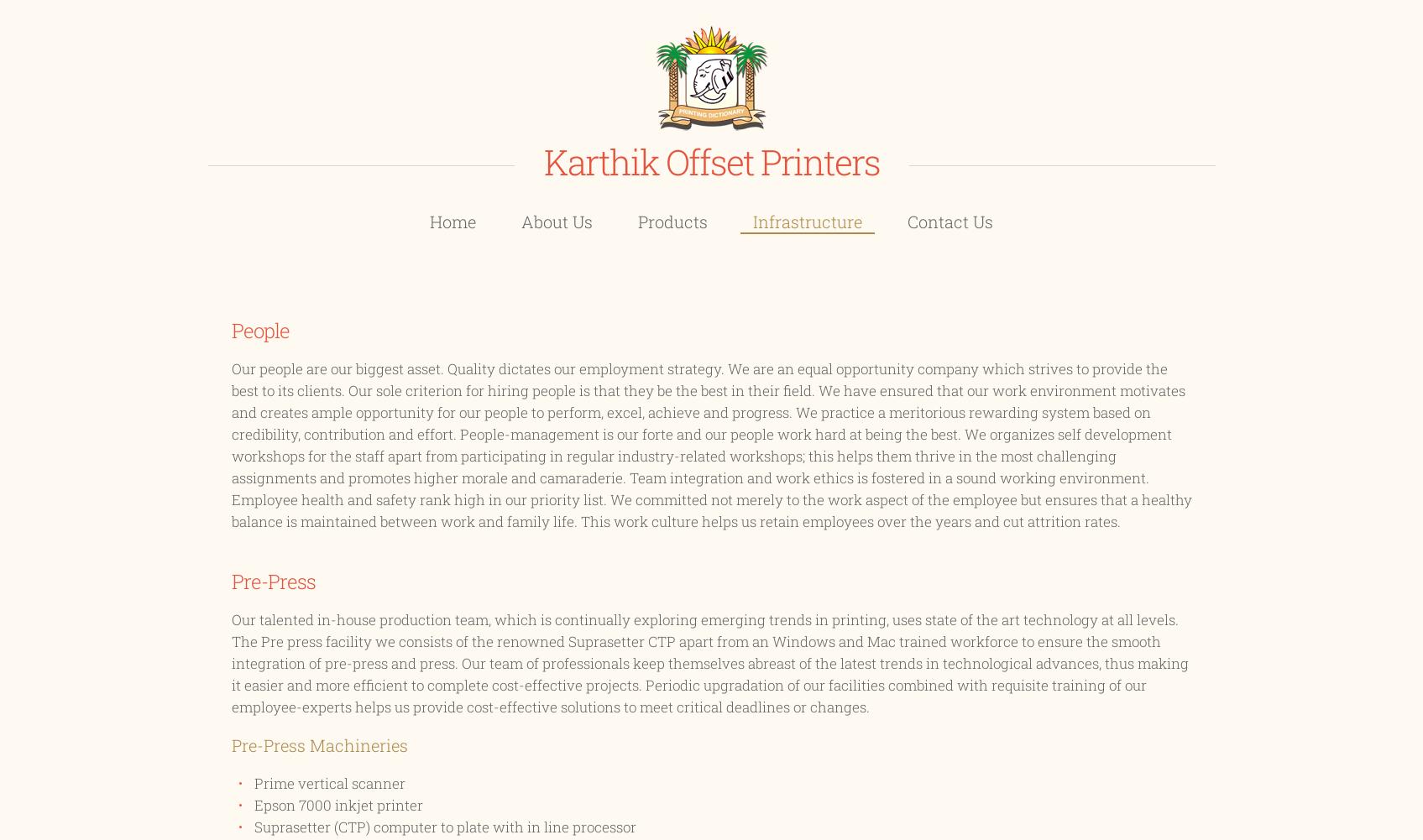 This screenshot has width=1423, height=840. Describe the element at coordinates (710, 161) in the screenshot. I see `'Karthik Offset Printers'` at that location.